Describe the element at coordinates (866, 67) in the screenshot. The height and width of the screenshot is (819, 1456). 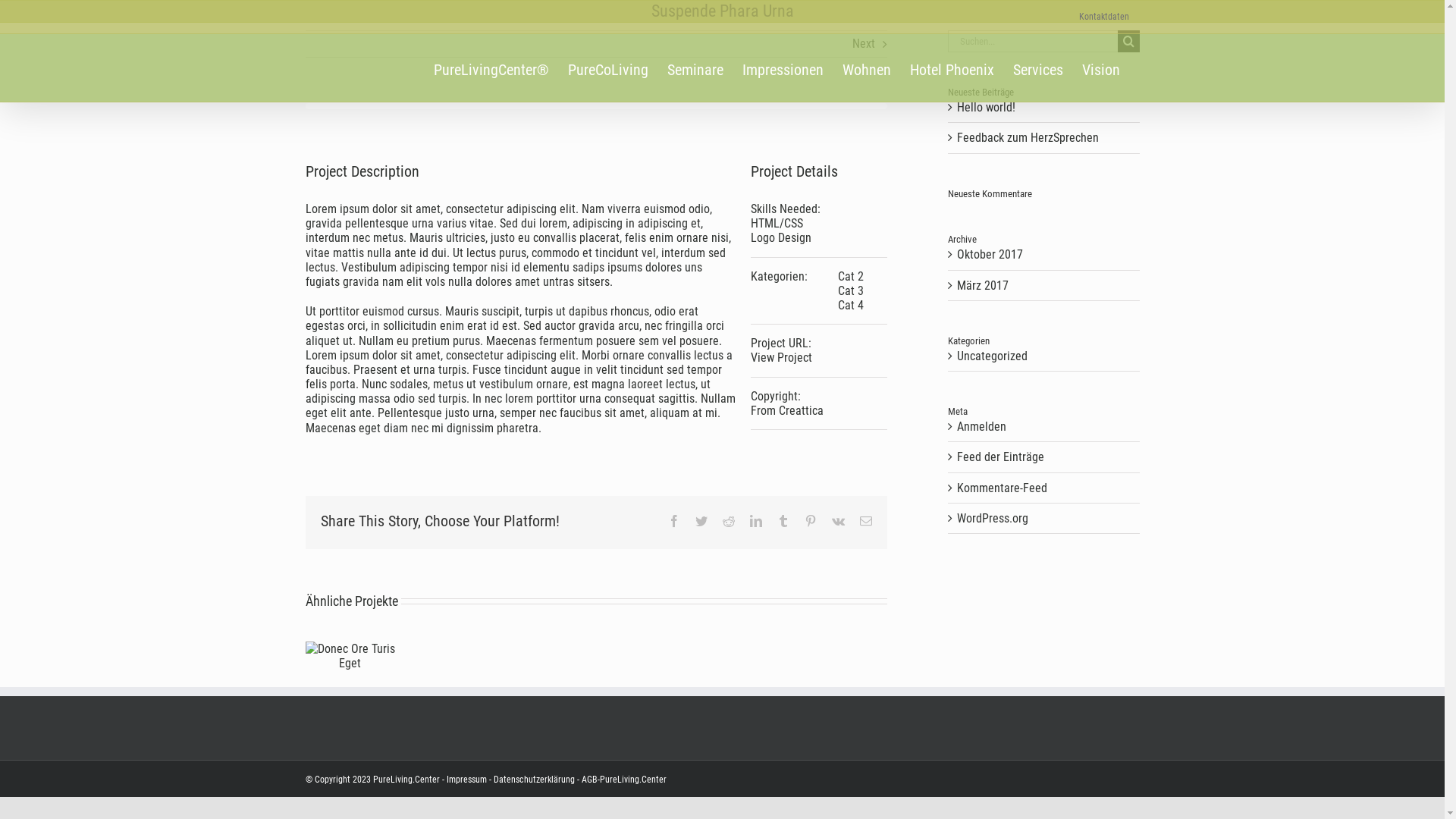
I see `'Wohnen'` at that location.